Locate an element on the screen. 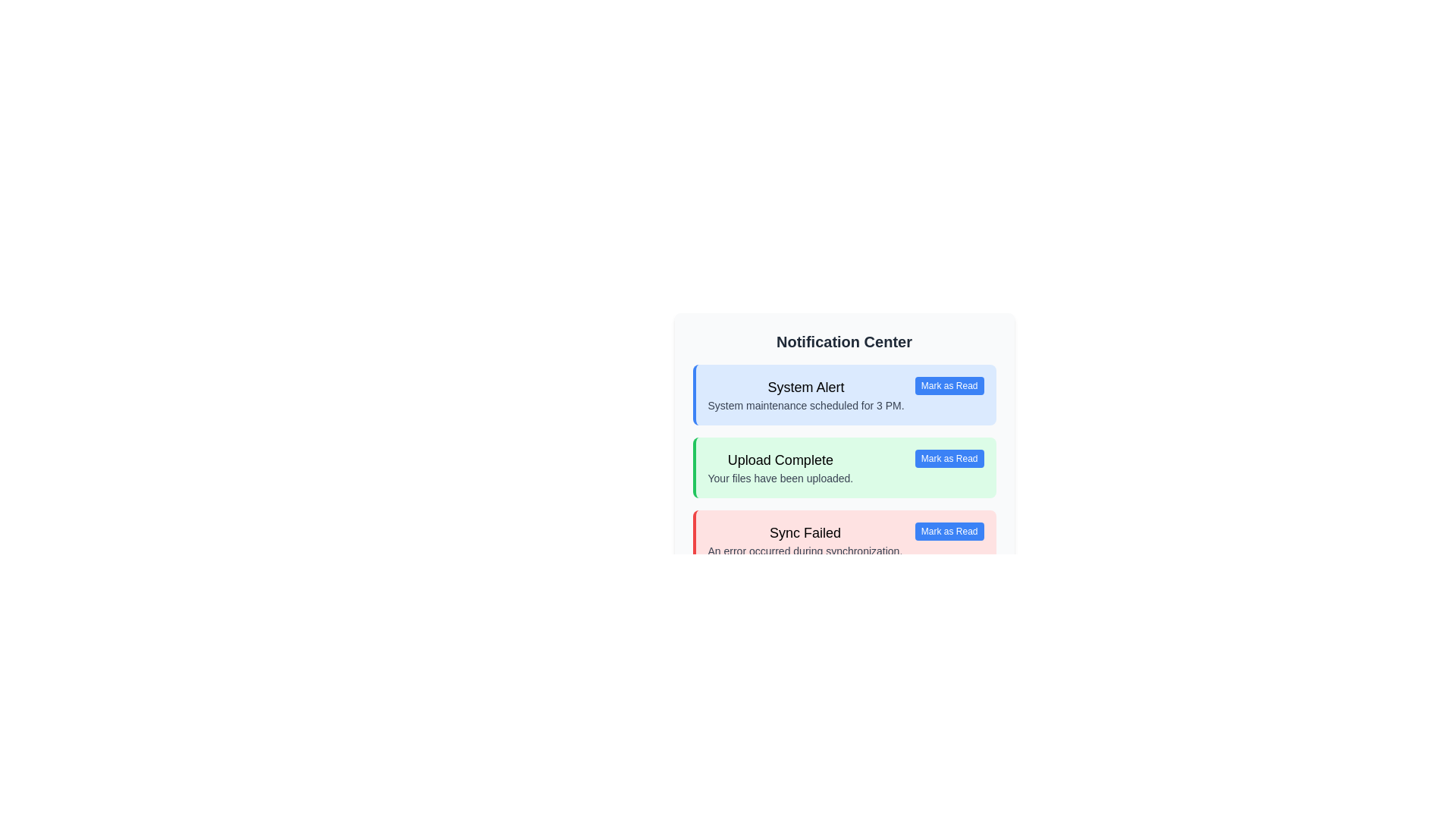  the text element displaying the message 'System maintenance scheduled for 3 PM.' which is part of the 'System Alert' notification box is located at coordinates (805, 405).